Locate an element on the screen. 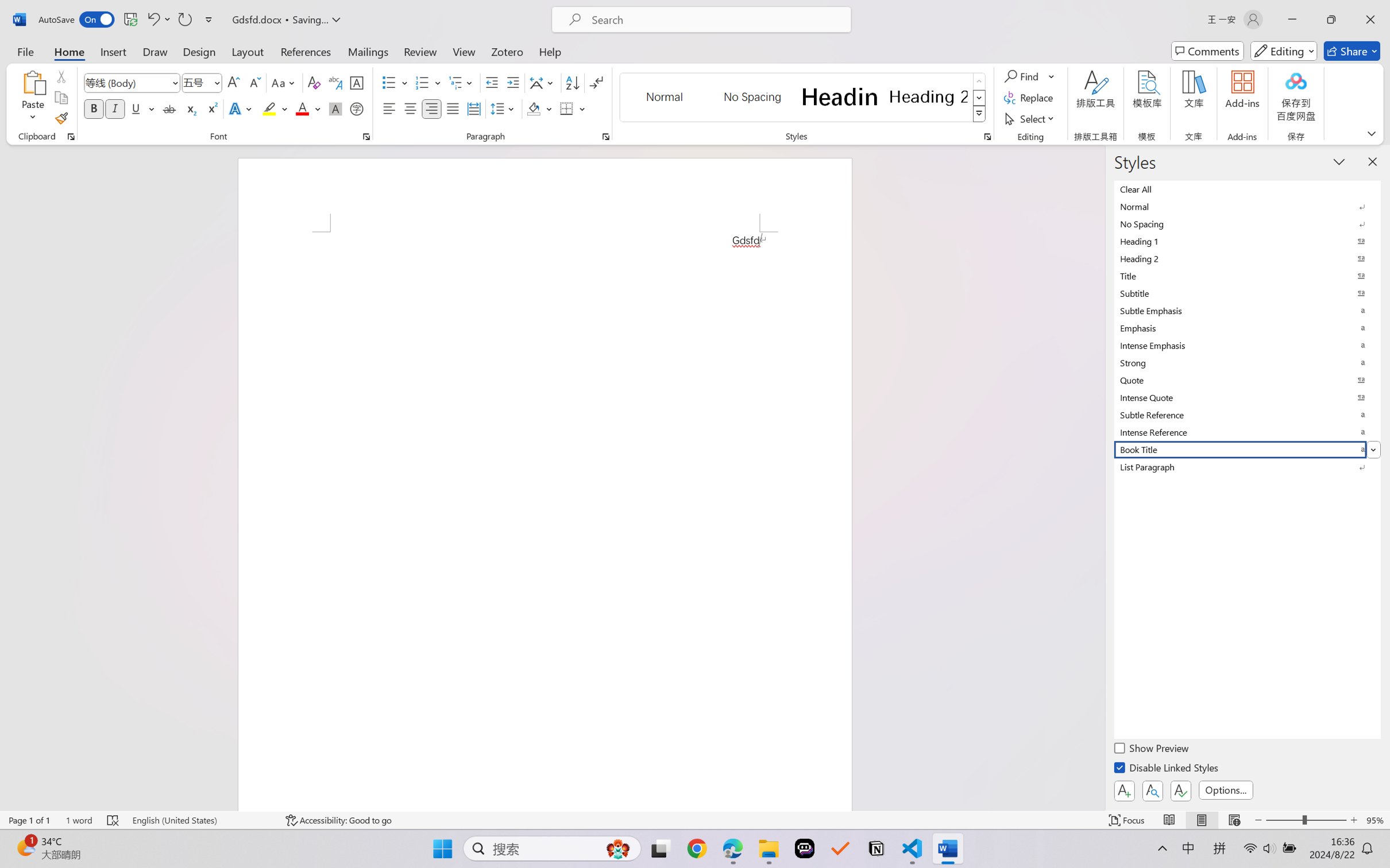 The width and height of the screenshot is (1390, 868). 'Office Clipboard...' is located at coordinates (70, 136).